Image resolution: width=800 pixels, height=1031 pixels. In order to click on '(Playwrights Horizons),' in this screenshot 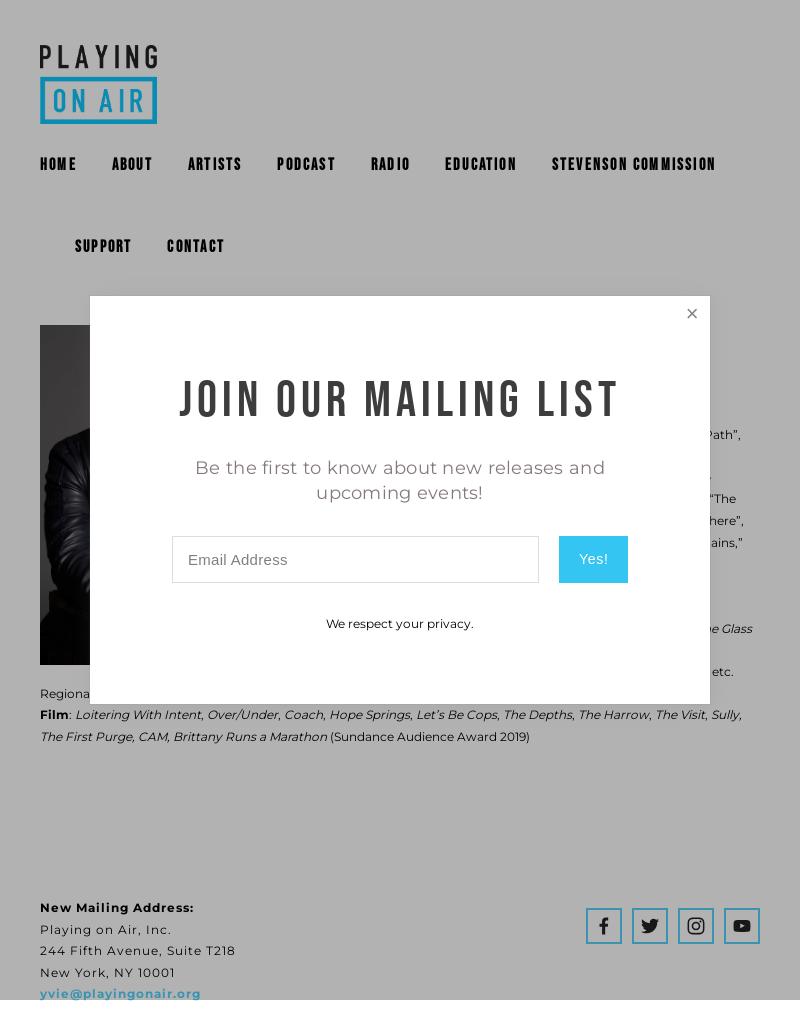, I will do `click(499, 627)`.